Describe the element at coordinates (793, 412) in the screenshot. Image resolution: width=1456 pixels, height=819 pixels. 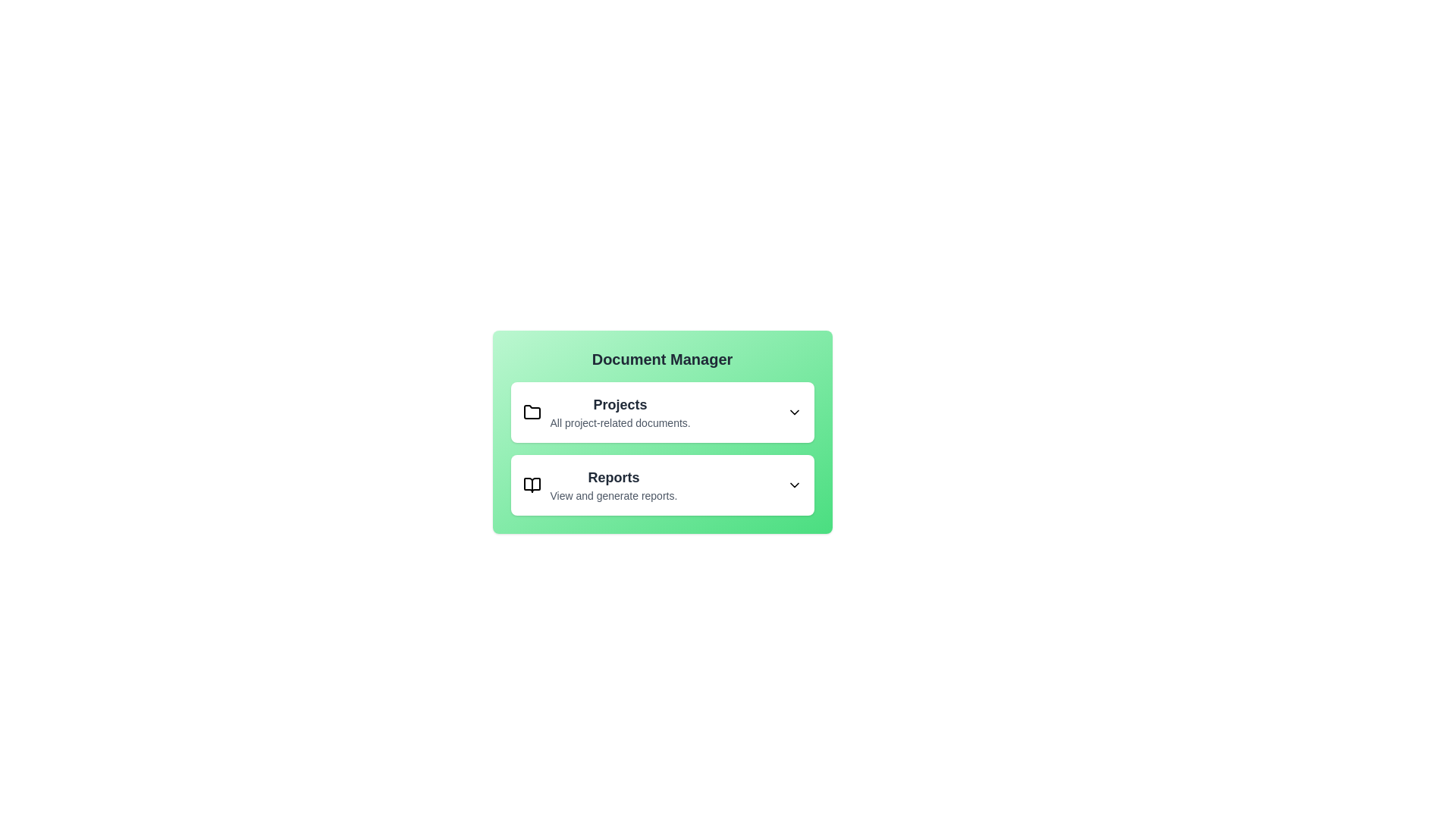
I see `the toggle button for the 'Projects' category to change its visibility` at that location.